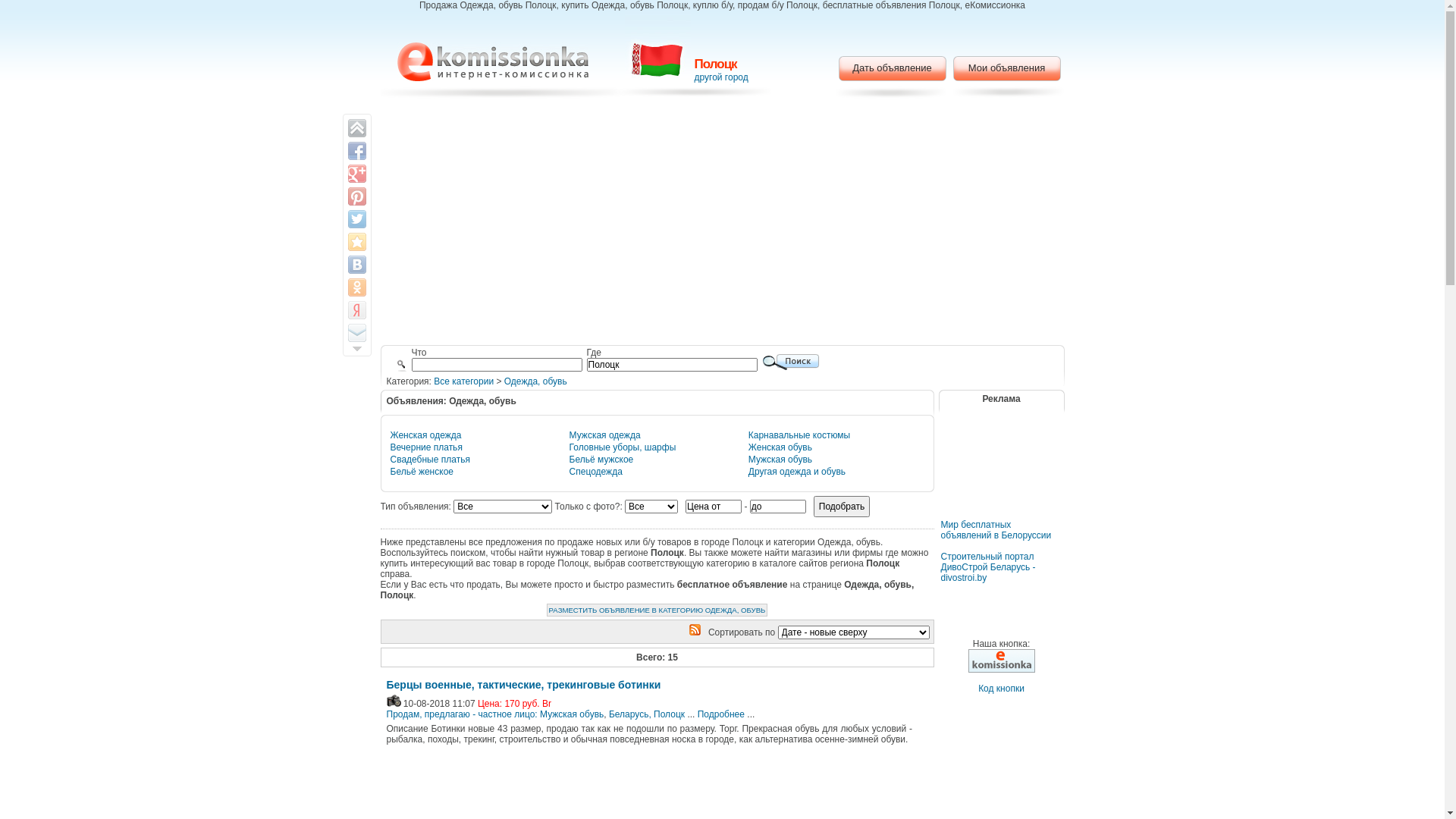  I want to click on 'Share on VK', so click(346, 263).